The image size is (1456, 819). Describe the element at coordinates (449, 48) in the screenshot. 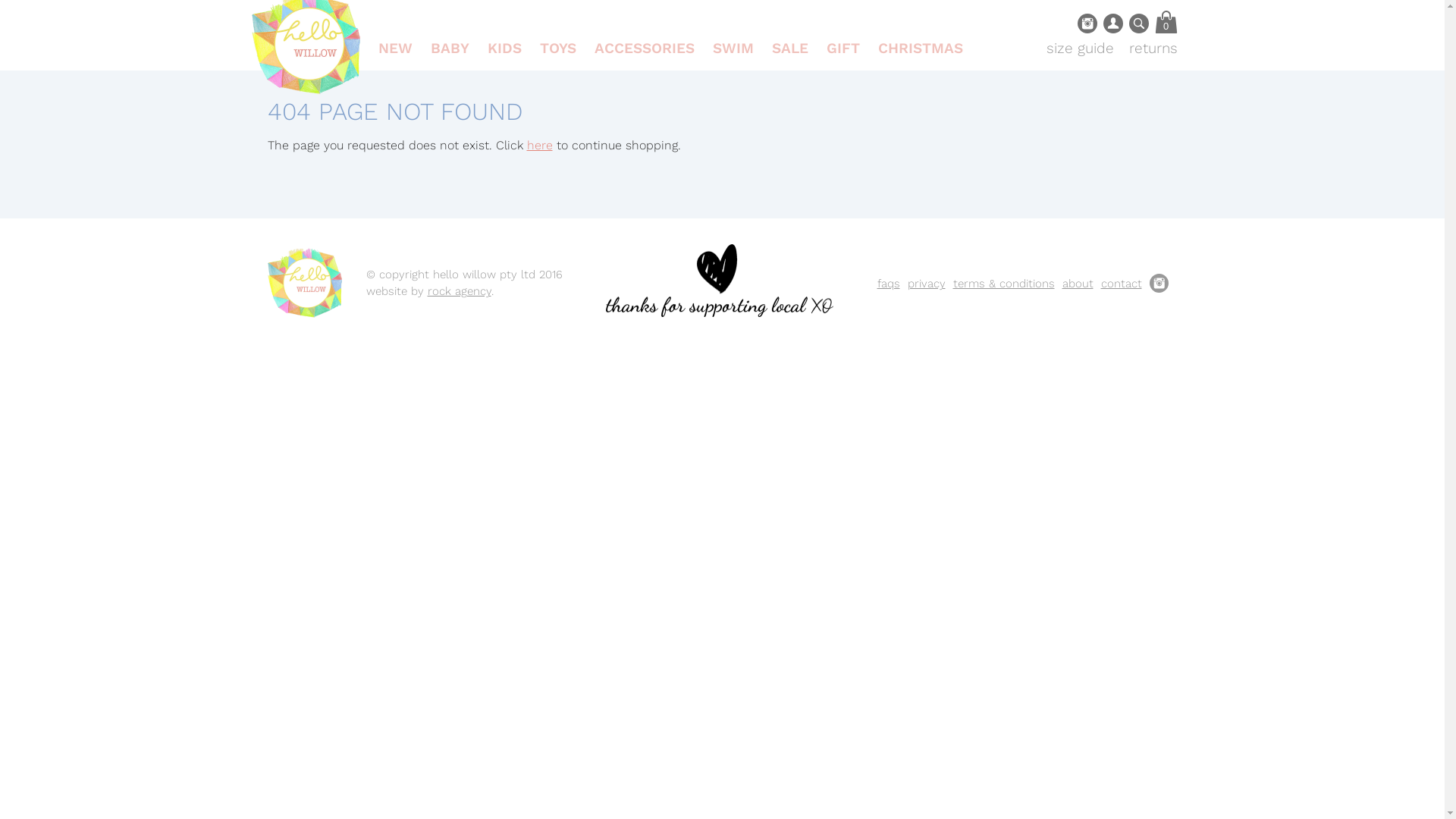

I see `'BABY'` at that location.